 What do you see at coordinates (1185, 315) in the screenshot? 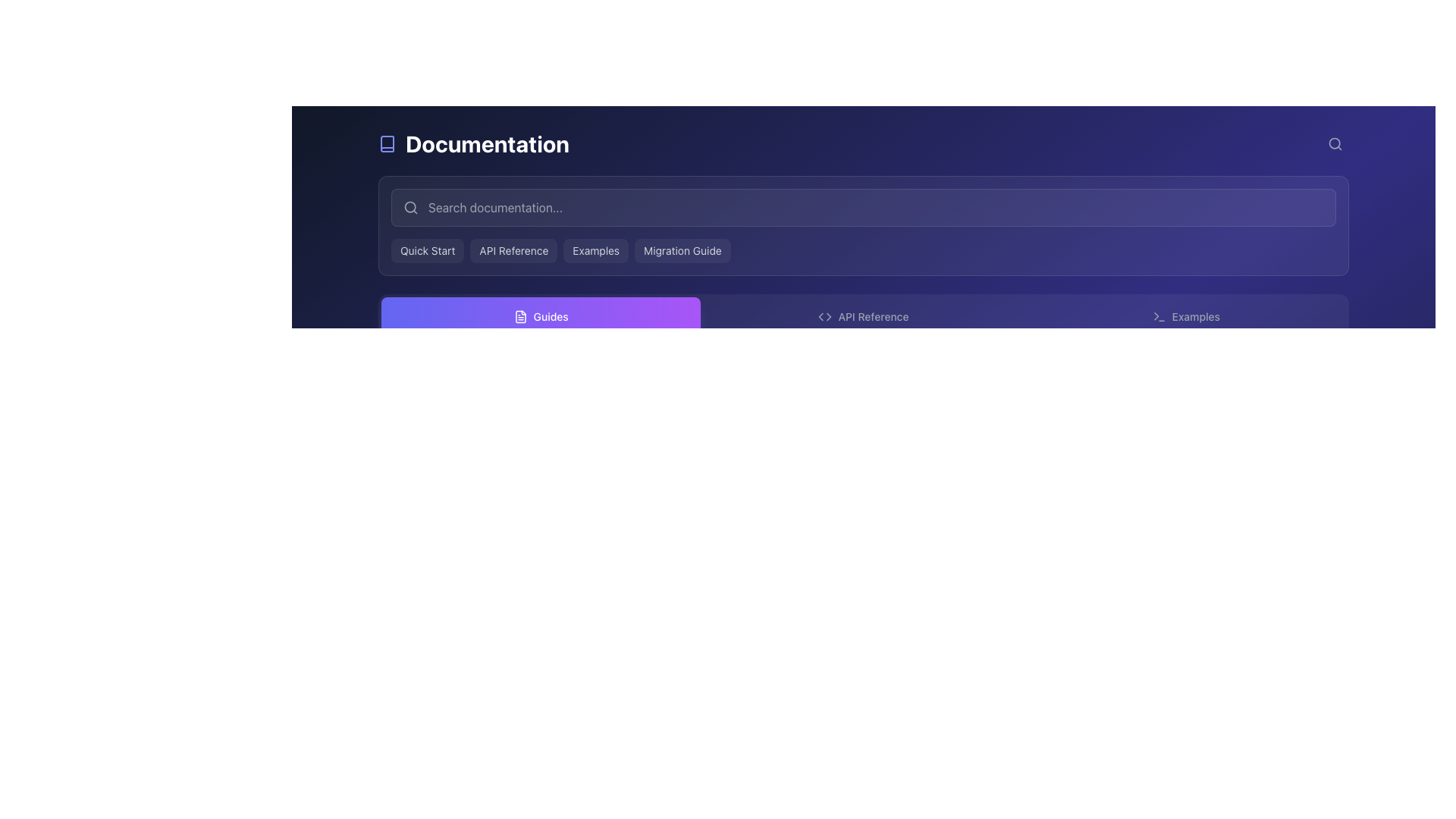
I see `the navigation button on the right side of the button row` at bounding box center [1185, 315].